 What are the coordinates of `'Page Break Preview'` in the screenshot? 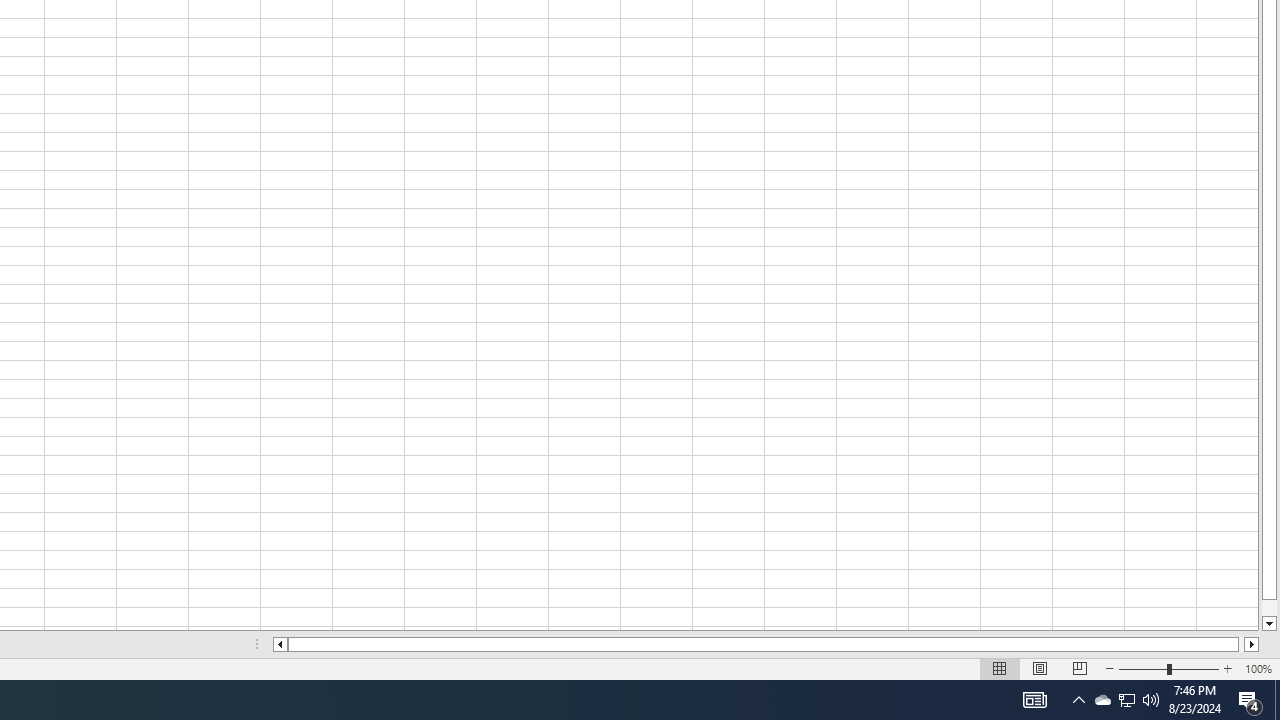 It's located at (1078, 669).